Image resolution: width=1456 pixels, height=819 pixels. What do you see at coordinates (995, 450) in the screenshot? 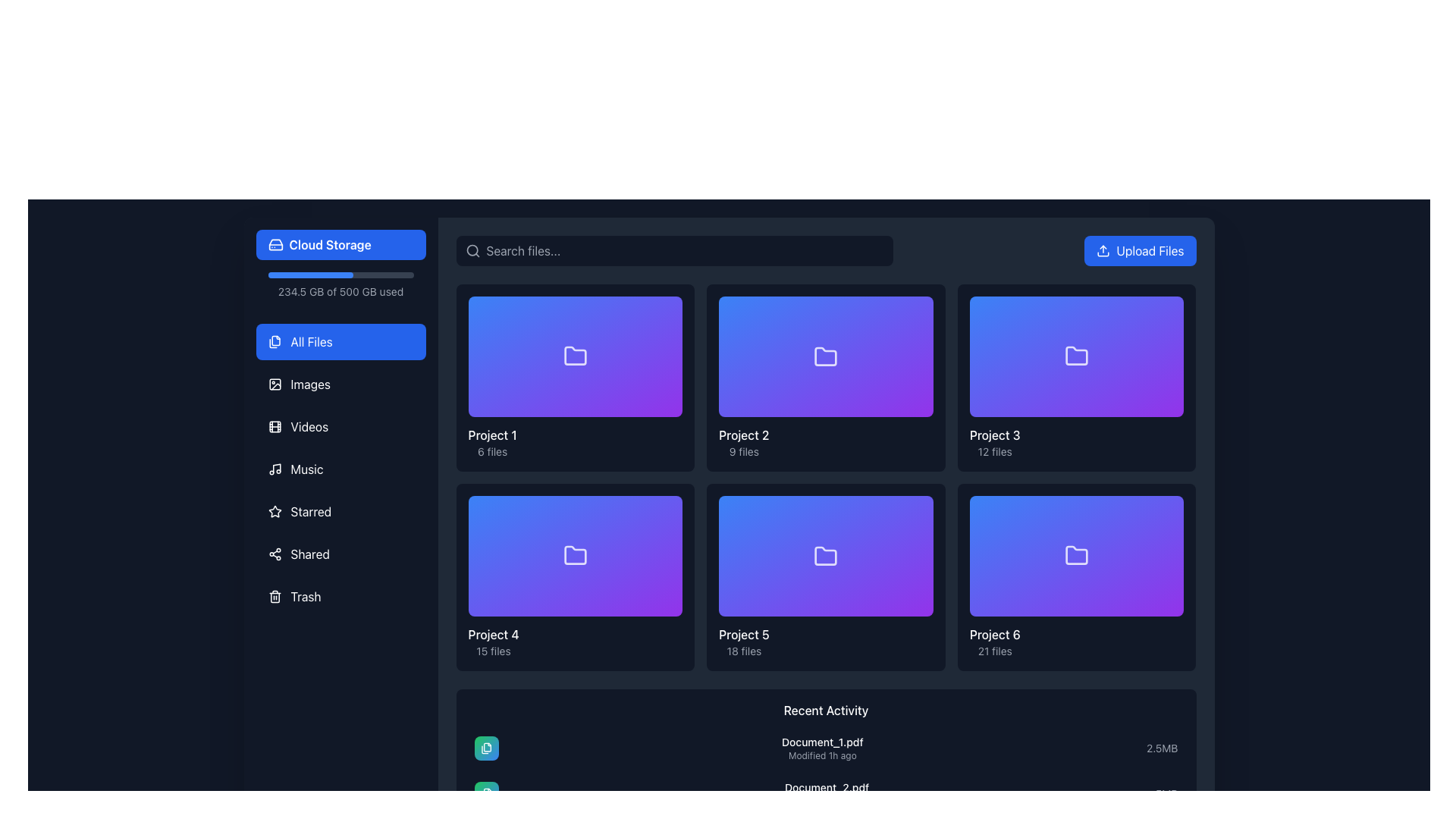
I see `the static text label indicating the number of files associated with the 'Project 3' folder, located beneath the 'Project 3' label in the project card grid` at bounding box center [995, 450].